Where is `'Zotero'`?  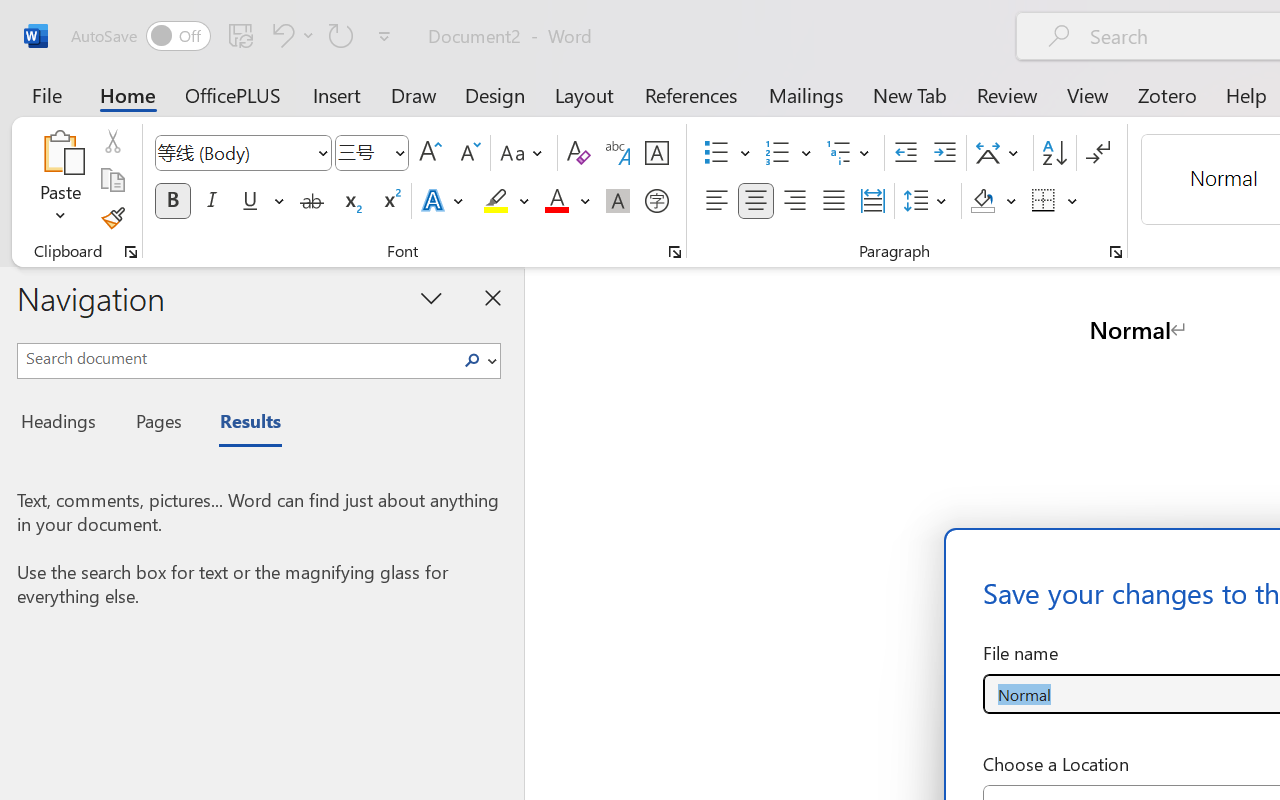 'Zotero' is located at coordinates (1167, 94).